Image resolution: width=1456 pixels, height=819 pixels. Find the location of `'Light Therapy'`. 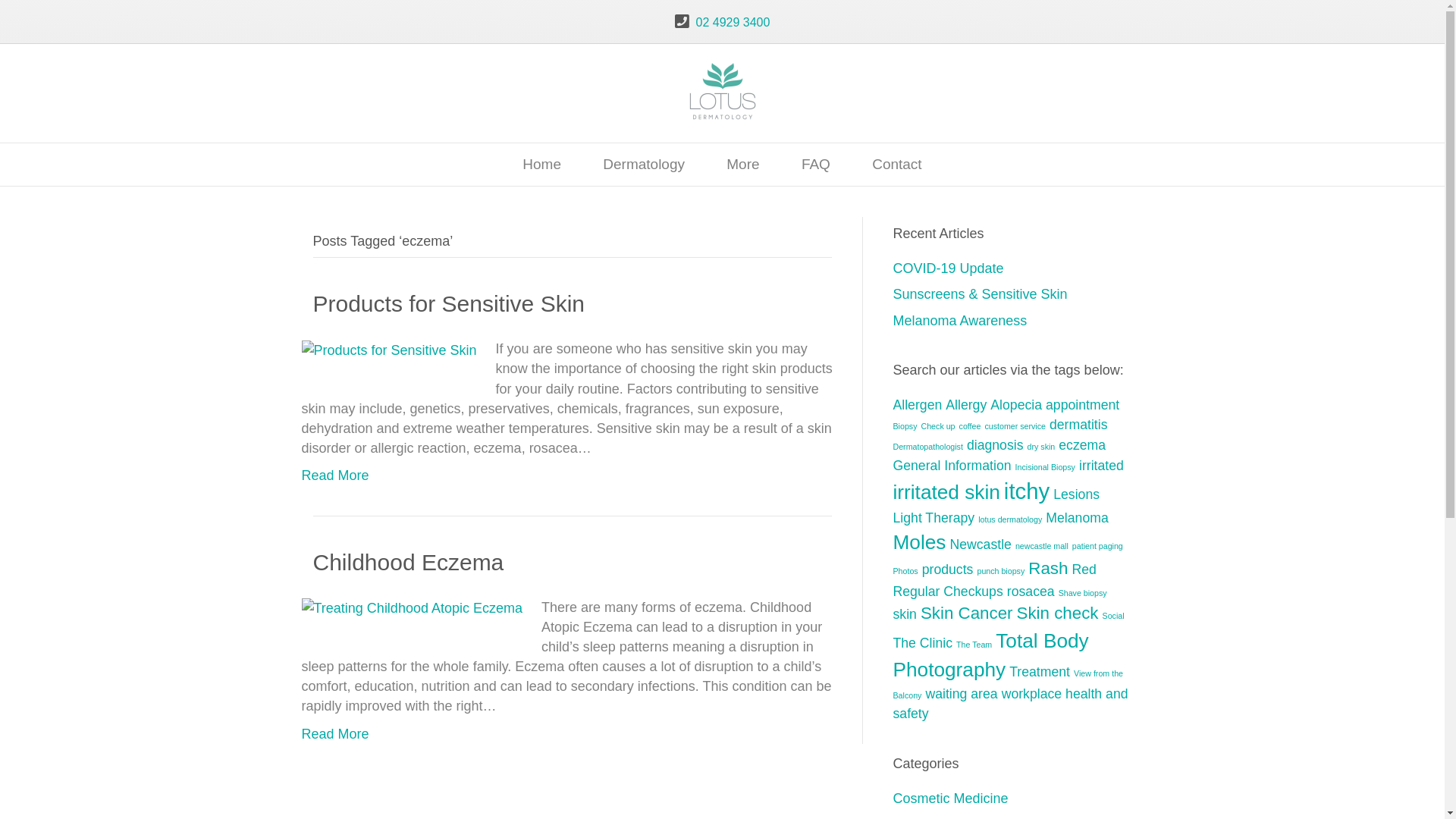

'Light Therapy' is located at coordinates (893, 516).